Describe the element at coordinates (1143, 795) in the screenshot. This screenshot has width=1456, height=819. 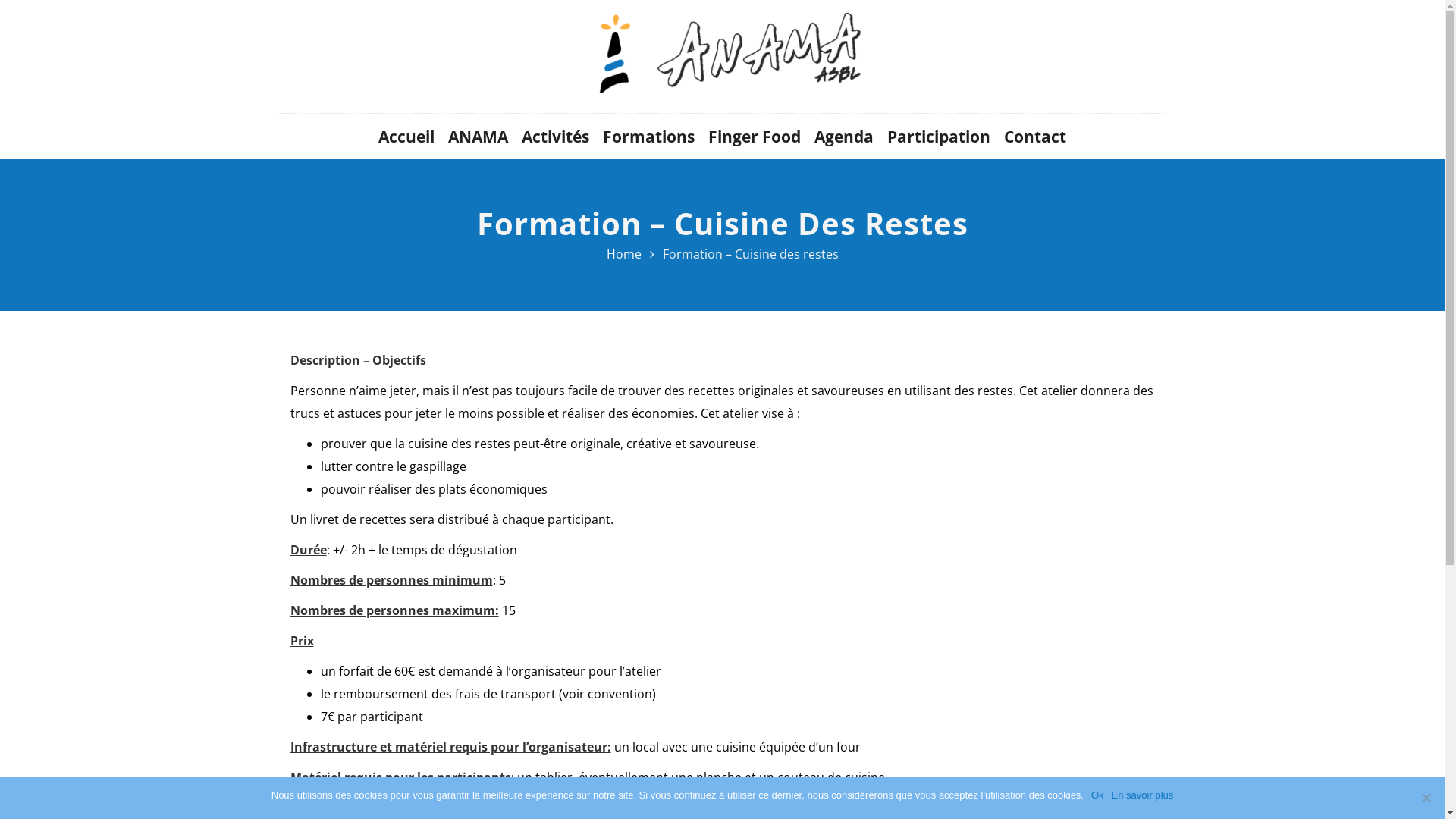
I see `'En savoir plus'` at that location.